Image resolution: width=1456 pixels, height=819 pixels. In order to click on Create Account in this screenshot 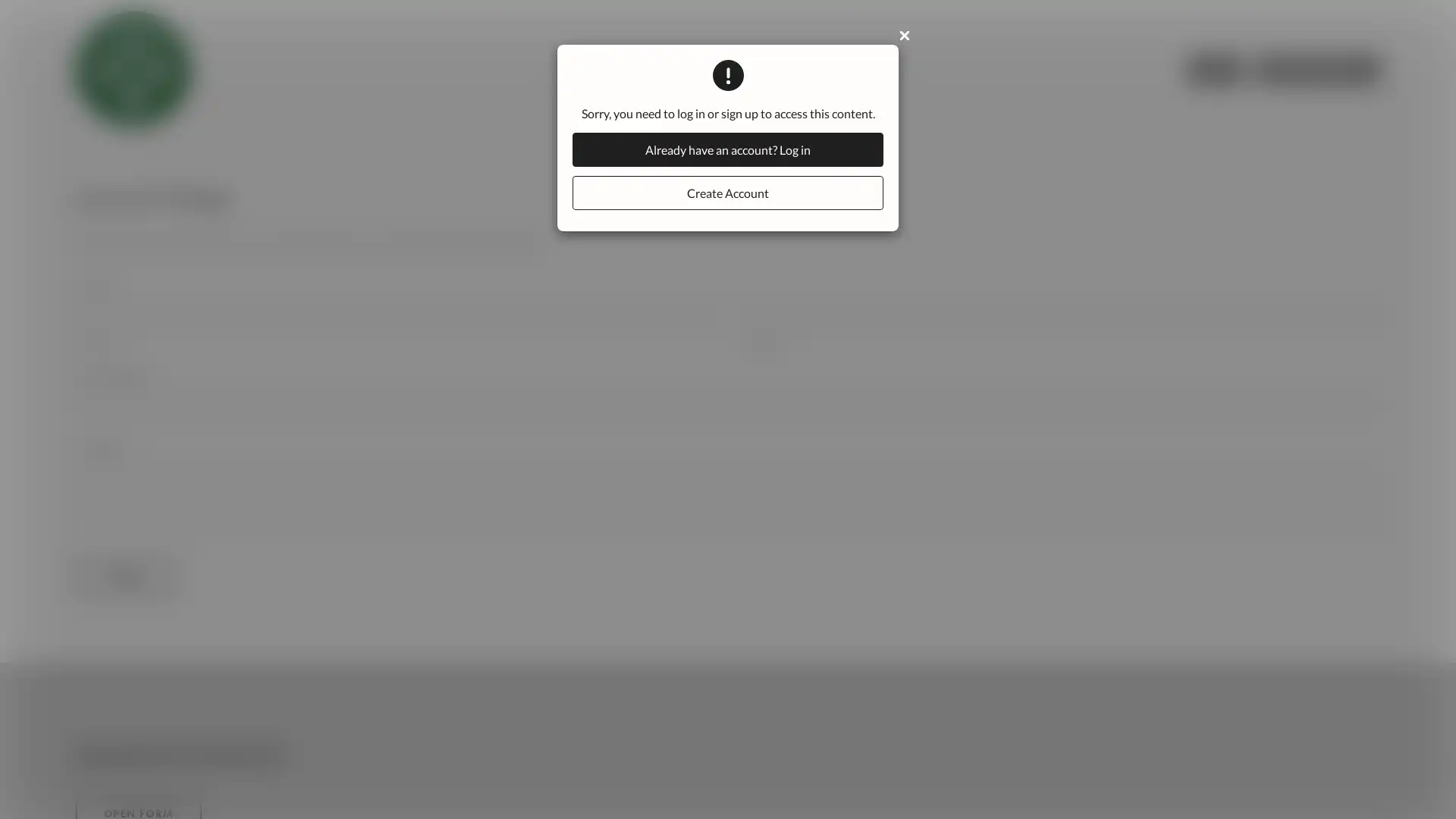, I will do `click(728, 192)`.